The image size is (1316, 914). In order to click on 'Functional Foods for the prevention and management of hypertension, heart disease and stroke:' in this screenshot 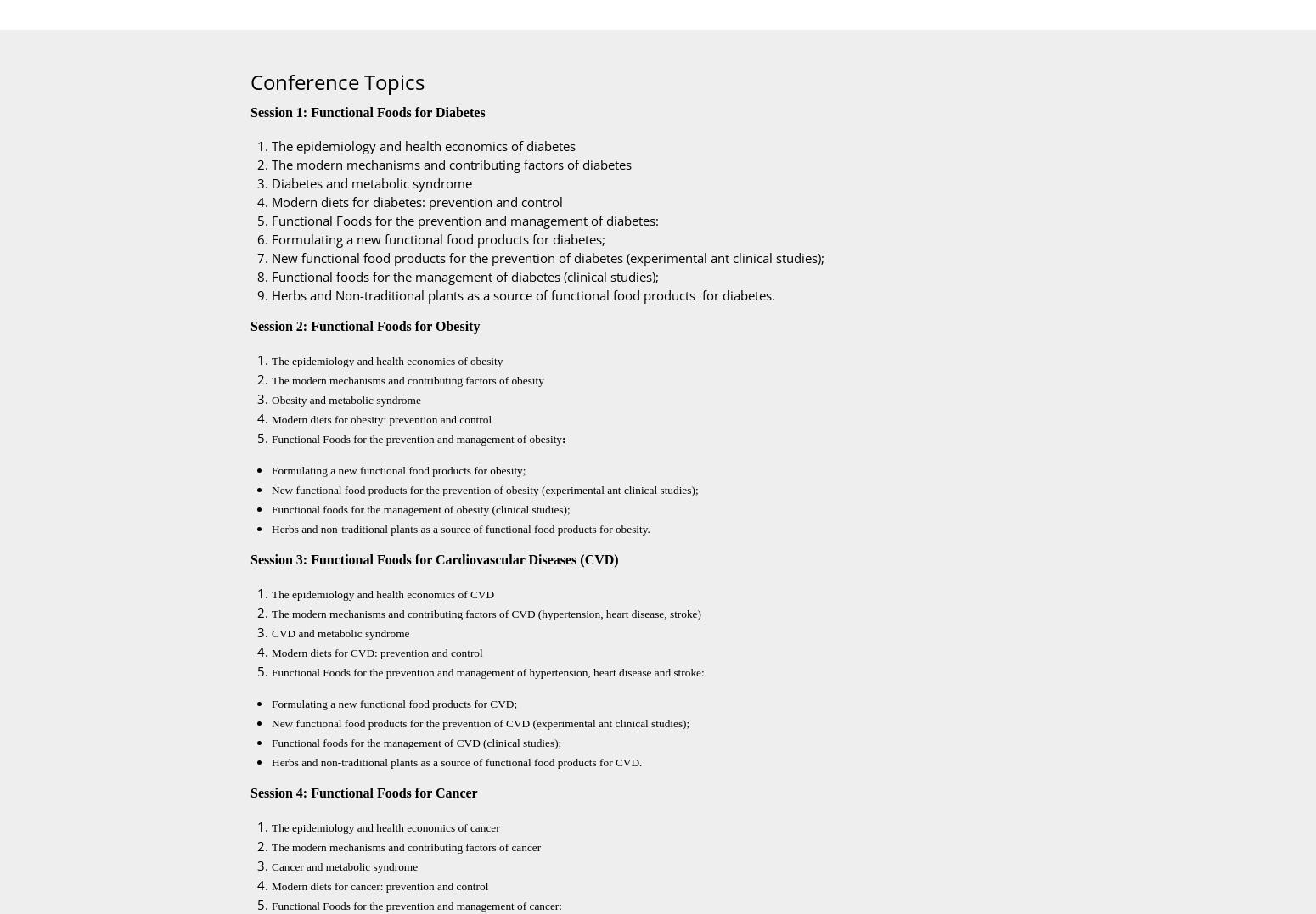, I will do `click(487, 672)`.